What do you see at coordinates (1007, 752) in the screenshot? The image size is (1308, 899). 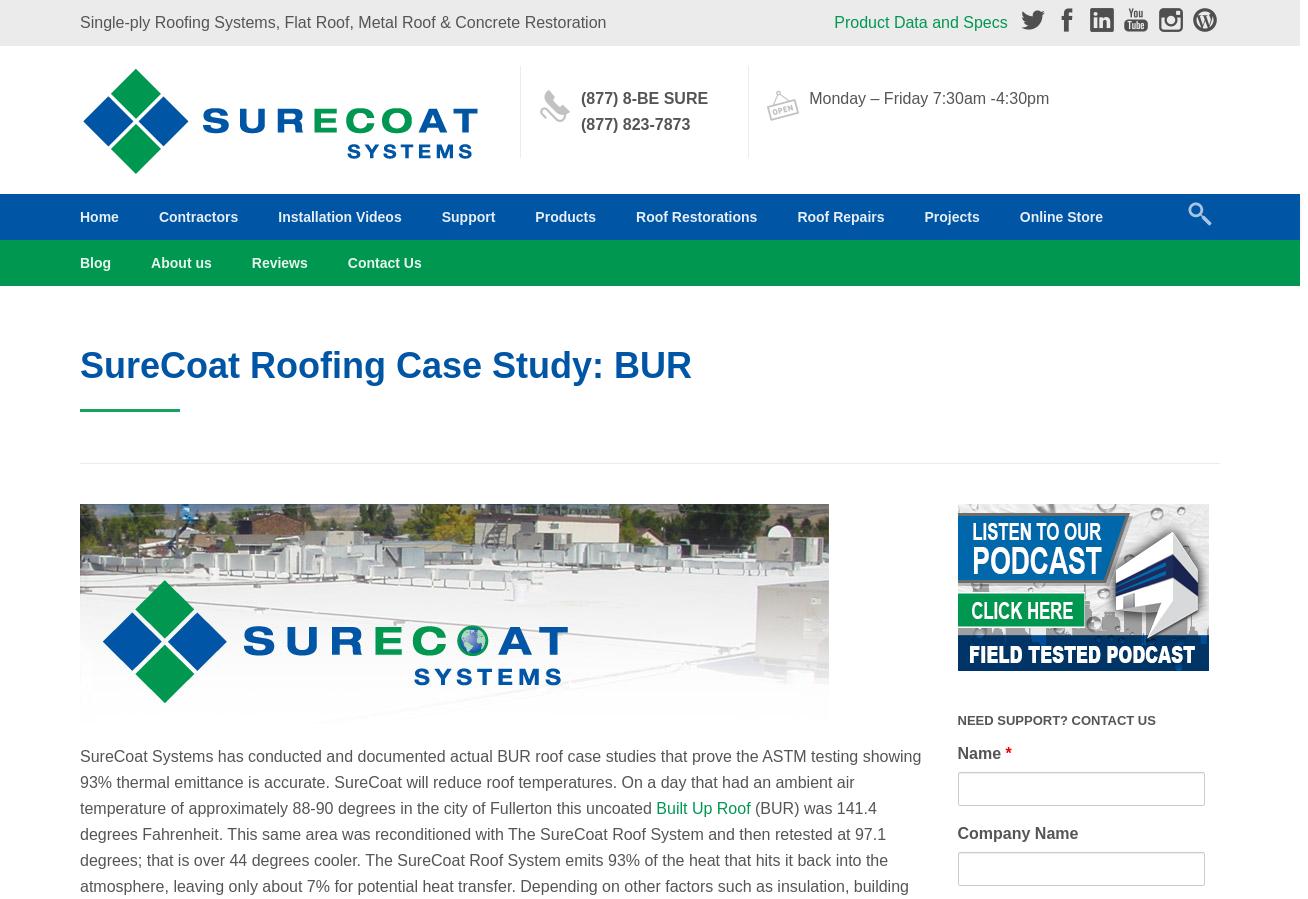 I see `'*'` at bounding box center [1007, 752].